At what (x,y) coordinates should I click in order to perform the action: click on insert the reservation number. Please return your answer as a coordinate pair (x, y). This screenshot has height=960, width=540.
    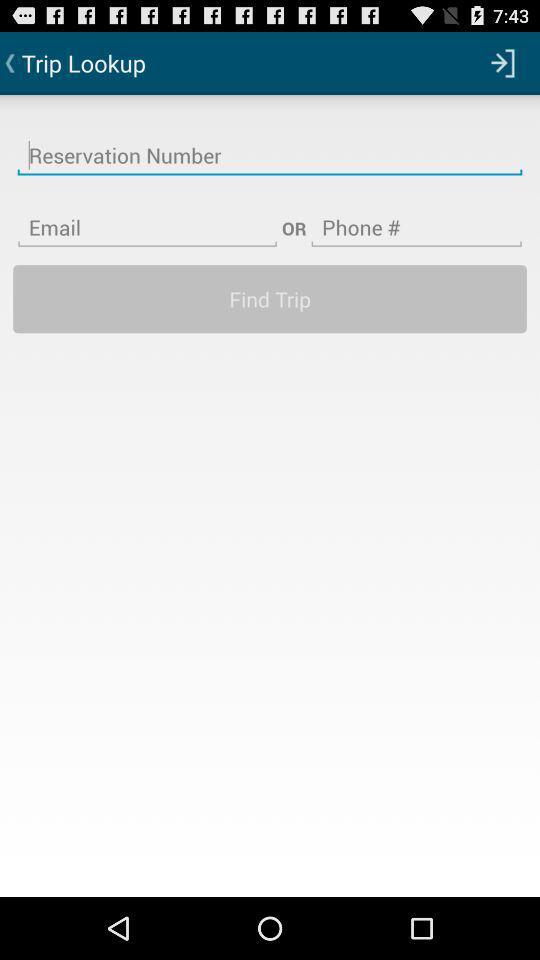
    Looking at the image, I should click on (270, 142).